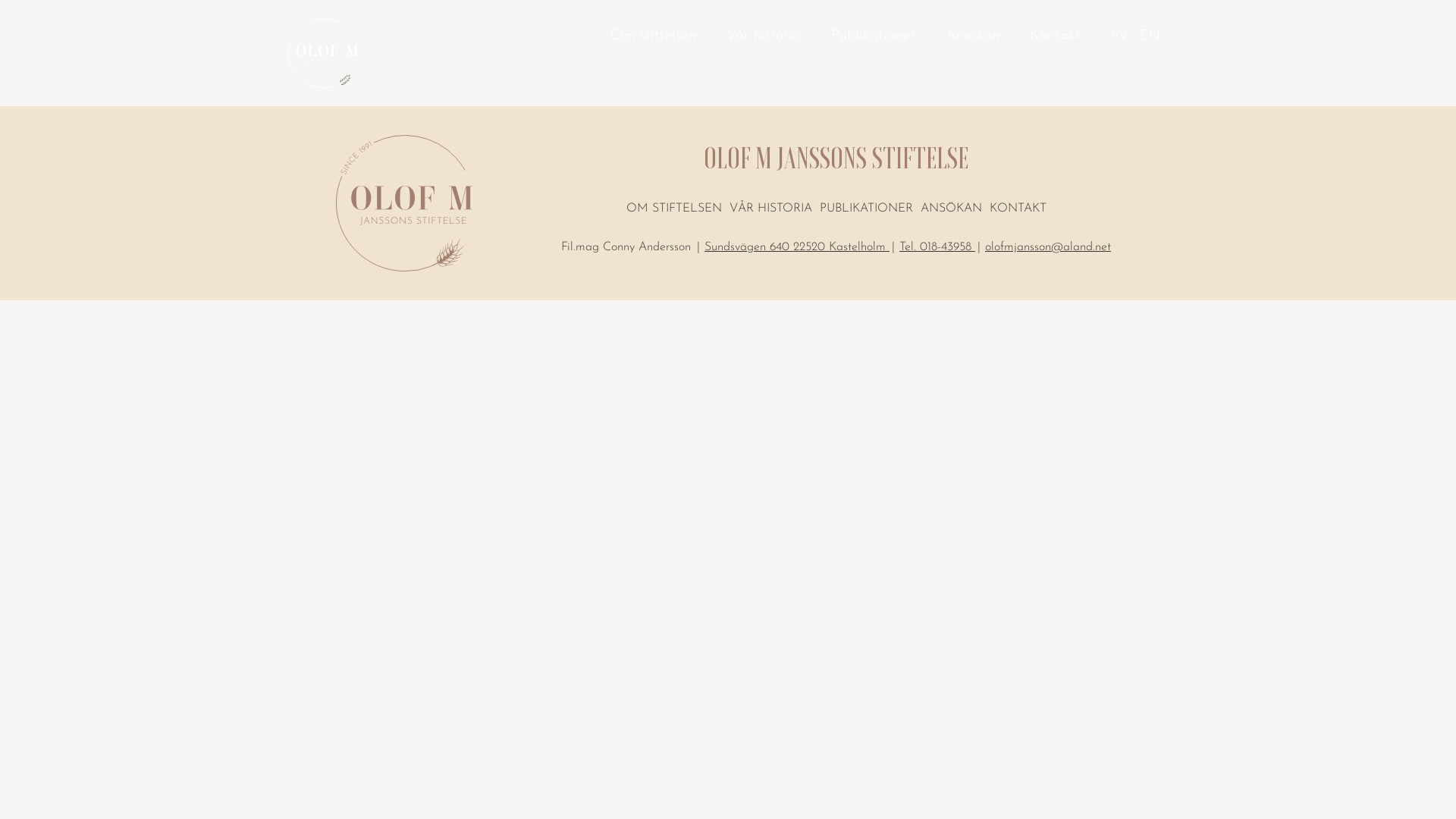 Image resolution: width=1456 pixels, height=819 pixels. I want to click on 'olofmjansson@aland.net', so click(1047, 252).